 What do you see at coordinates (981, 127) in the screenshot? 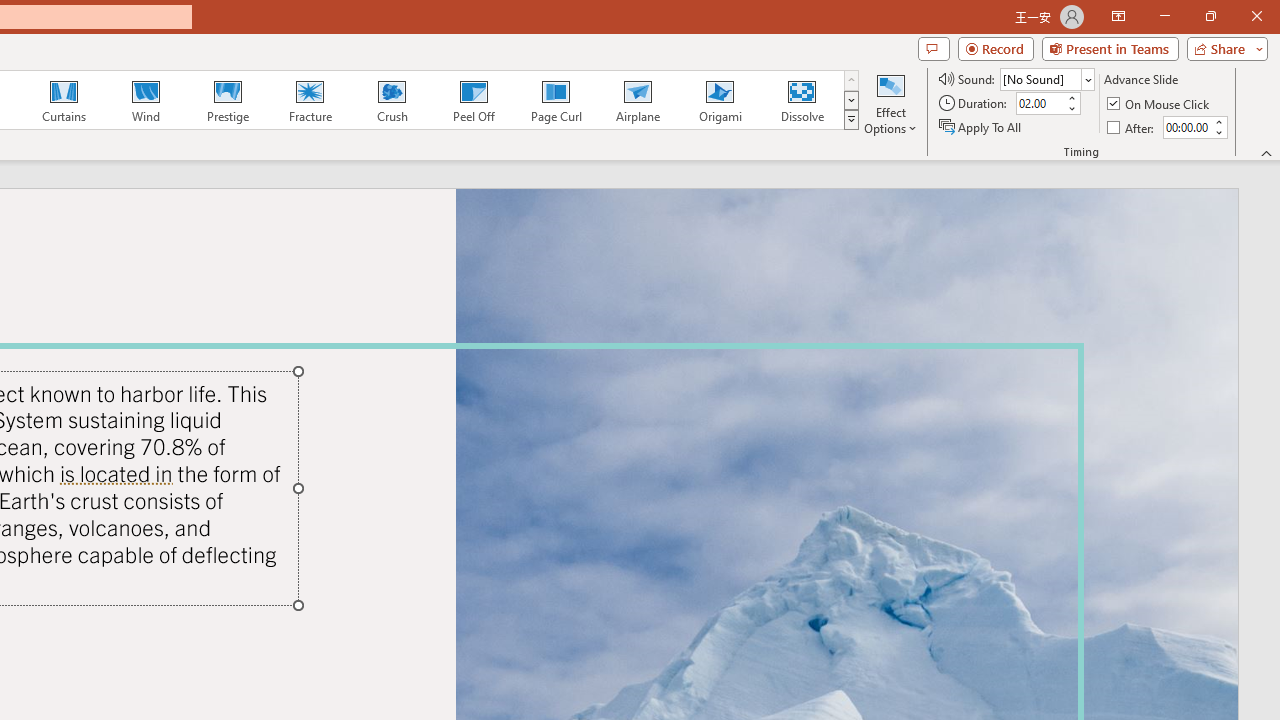
I see `'Apply To All'` at bounding box center [981, 127].